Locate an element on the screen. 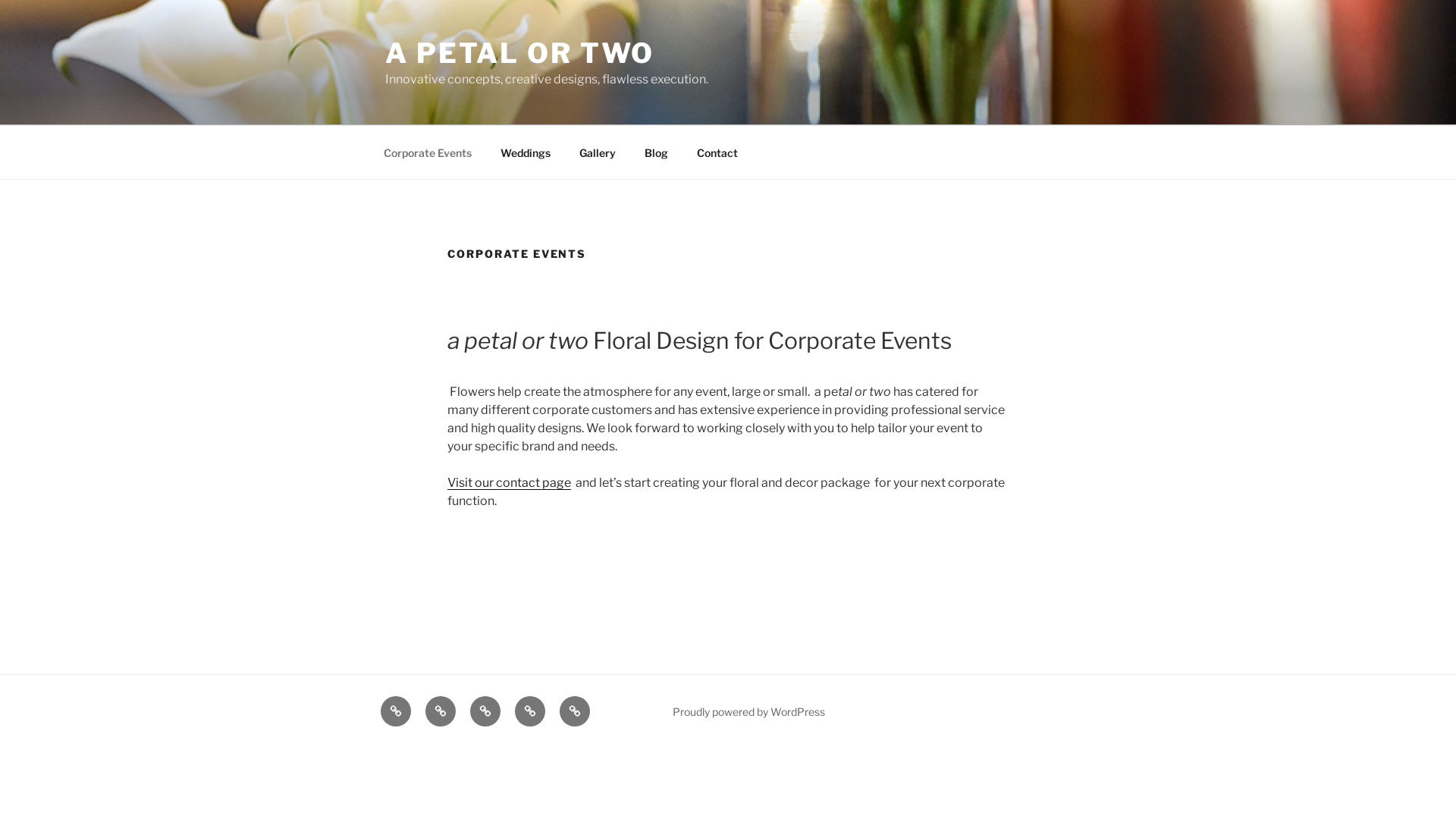 Image resolution: width=1456 pixels, height=819 pixels. 'Weddings' is located at coordinates (487, 152).